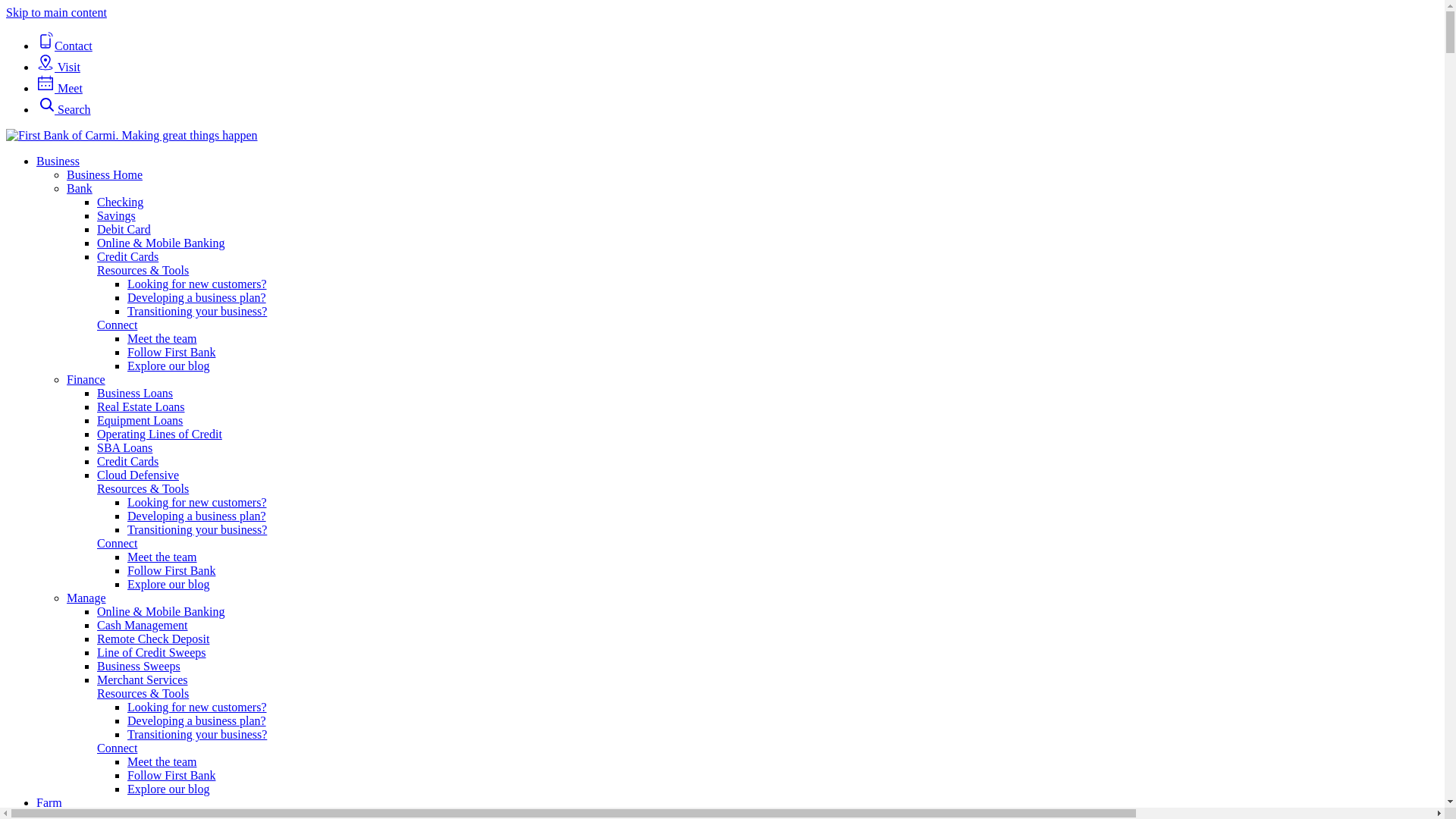 The height and width of the screenshot is (819, 1456). Describe the element at coordinates (127, 570) in the screenshot. I see `'Follow First Bank'` at that location.